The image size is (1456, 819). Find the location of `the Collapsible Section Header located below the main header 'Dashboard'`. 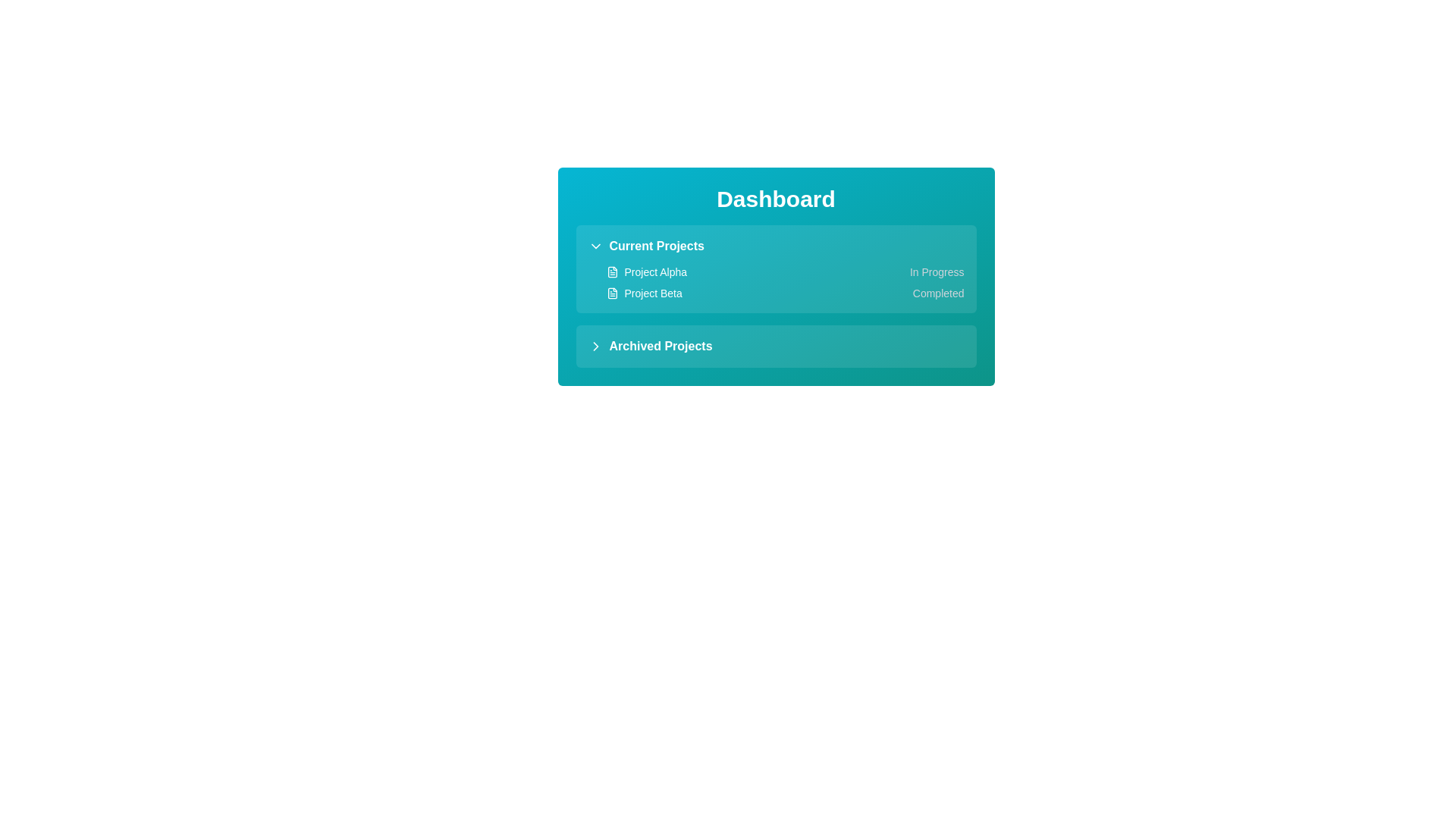

the Collapsible Section Header located below the main header 'Dashboard' is located at coordinates (646, 245).